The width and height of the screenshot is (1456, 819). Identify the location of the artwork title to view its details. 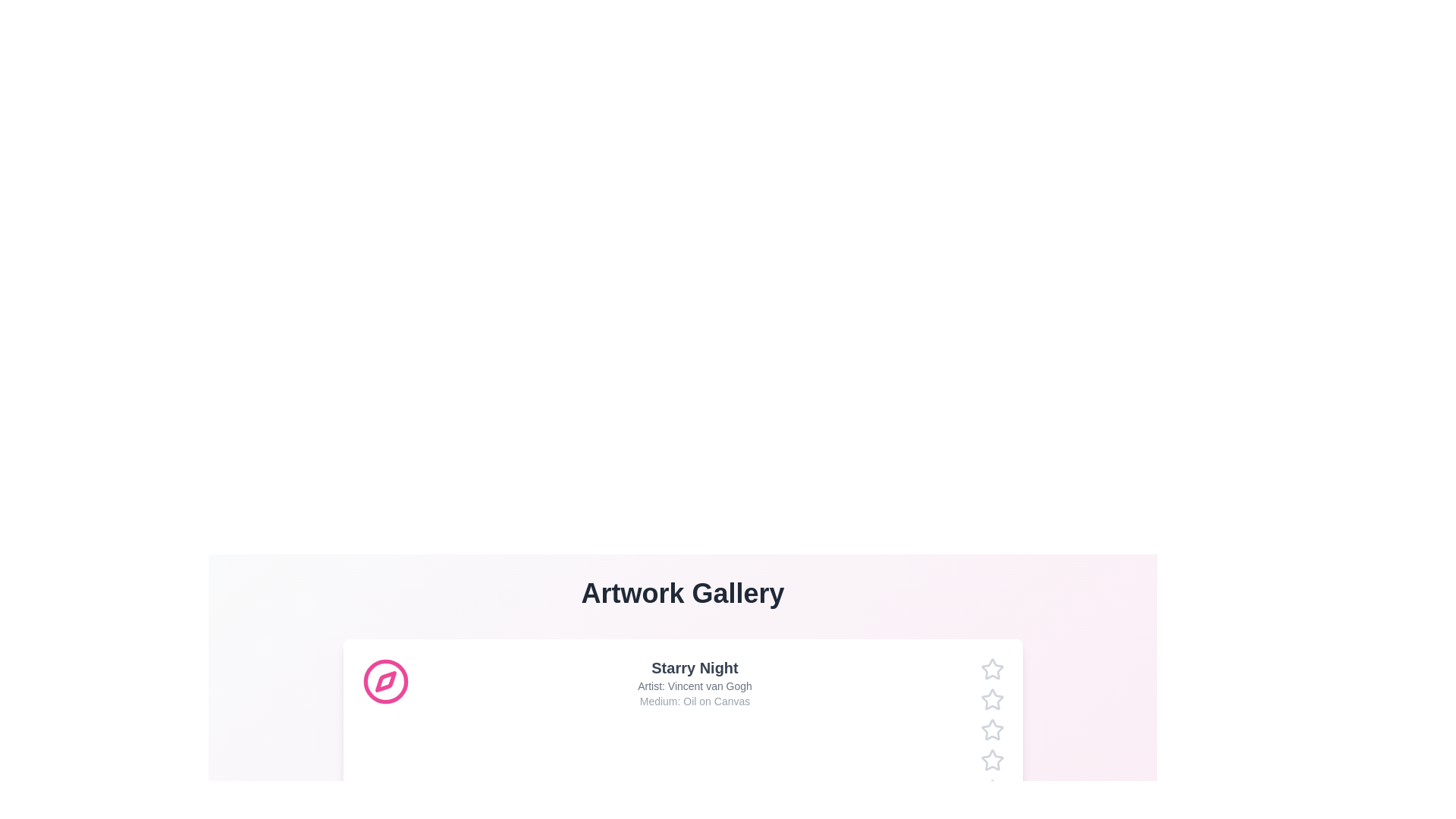
(694, 667).